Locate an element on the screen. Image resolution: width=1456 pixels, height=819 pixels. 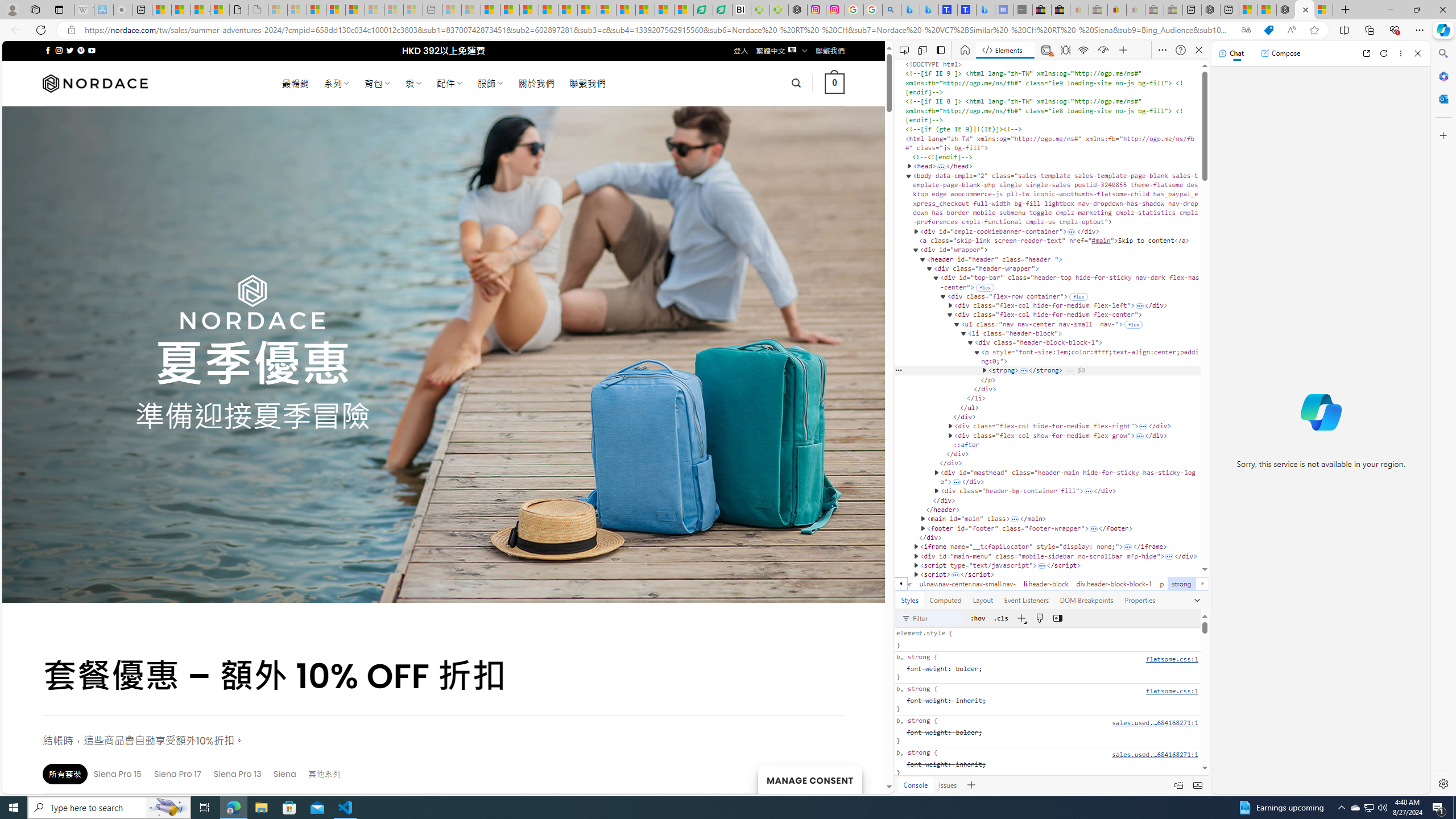
'Filter' is located at coordinates (937, 617).